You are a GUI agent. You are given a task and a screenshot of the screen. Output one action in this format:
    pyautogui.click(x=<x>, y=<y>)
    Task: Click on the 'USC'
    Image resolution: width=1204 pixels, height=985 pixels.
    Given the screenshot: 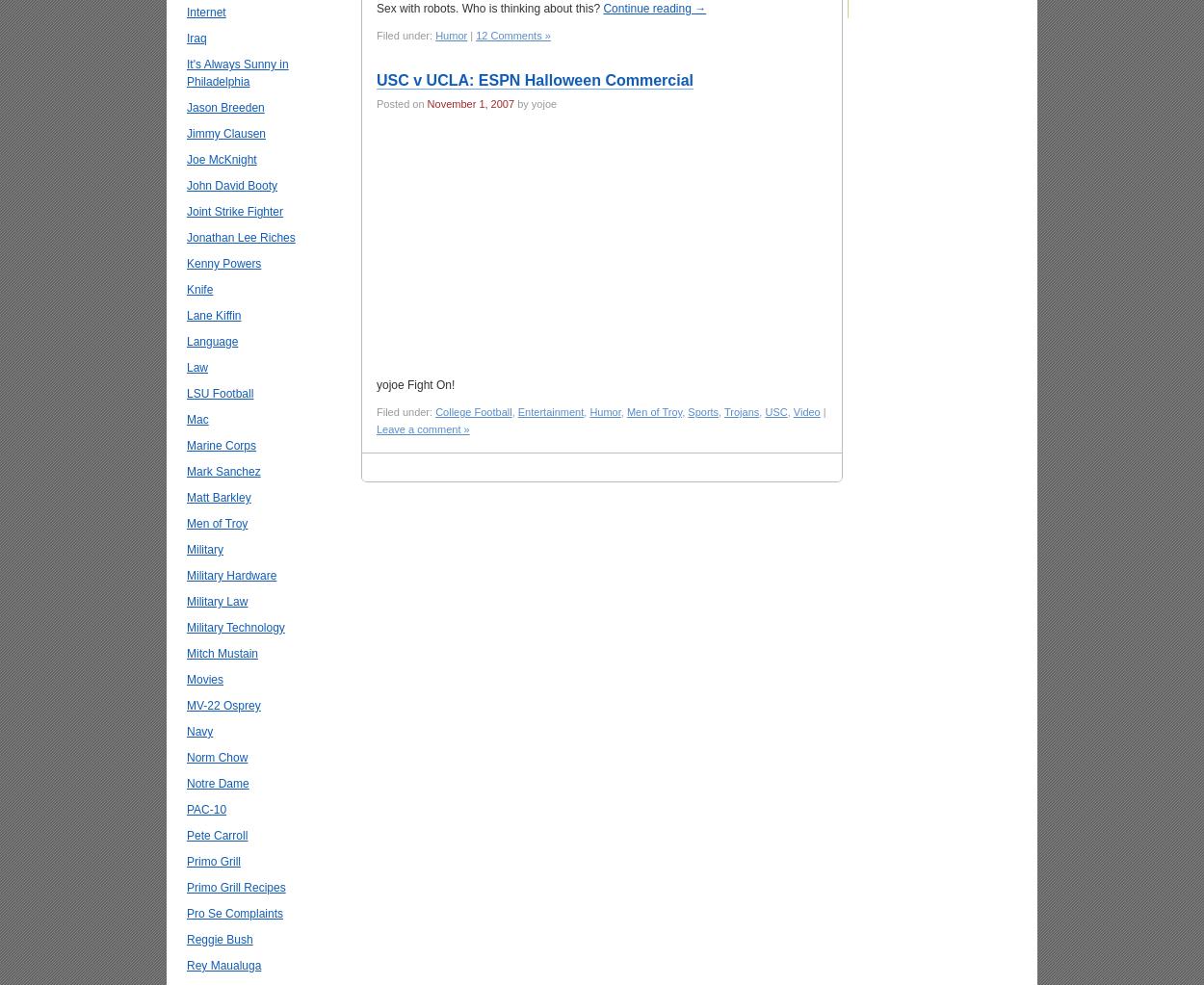 What is the action you would take?
    pyautogui.click(x=765, y=412)
    